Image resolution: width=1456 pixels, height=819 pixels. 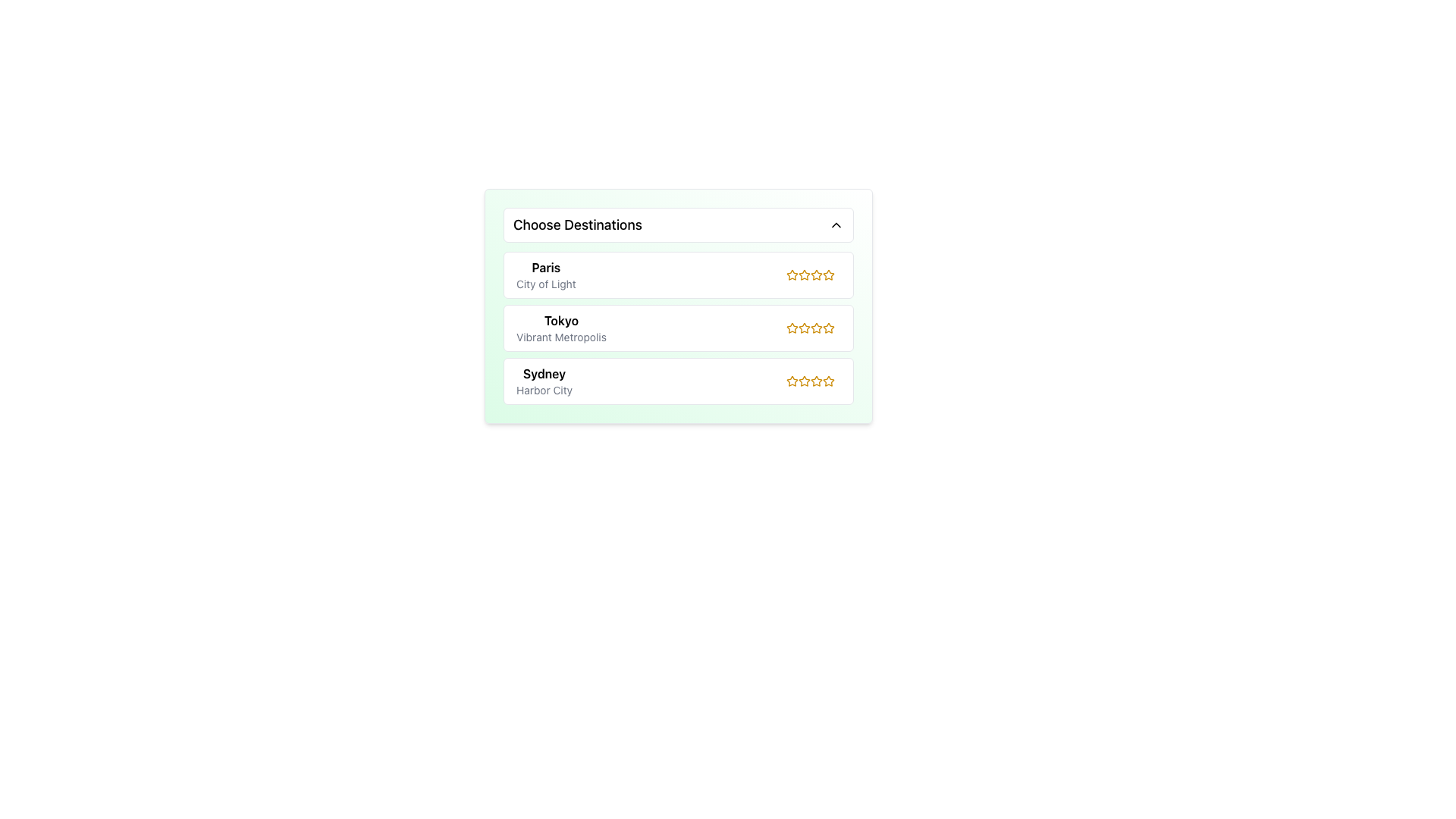 I want to click on the second star icon in the rating row for the 'Paris' destination to interact with the rating system, so click(x=815, y=275).